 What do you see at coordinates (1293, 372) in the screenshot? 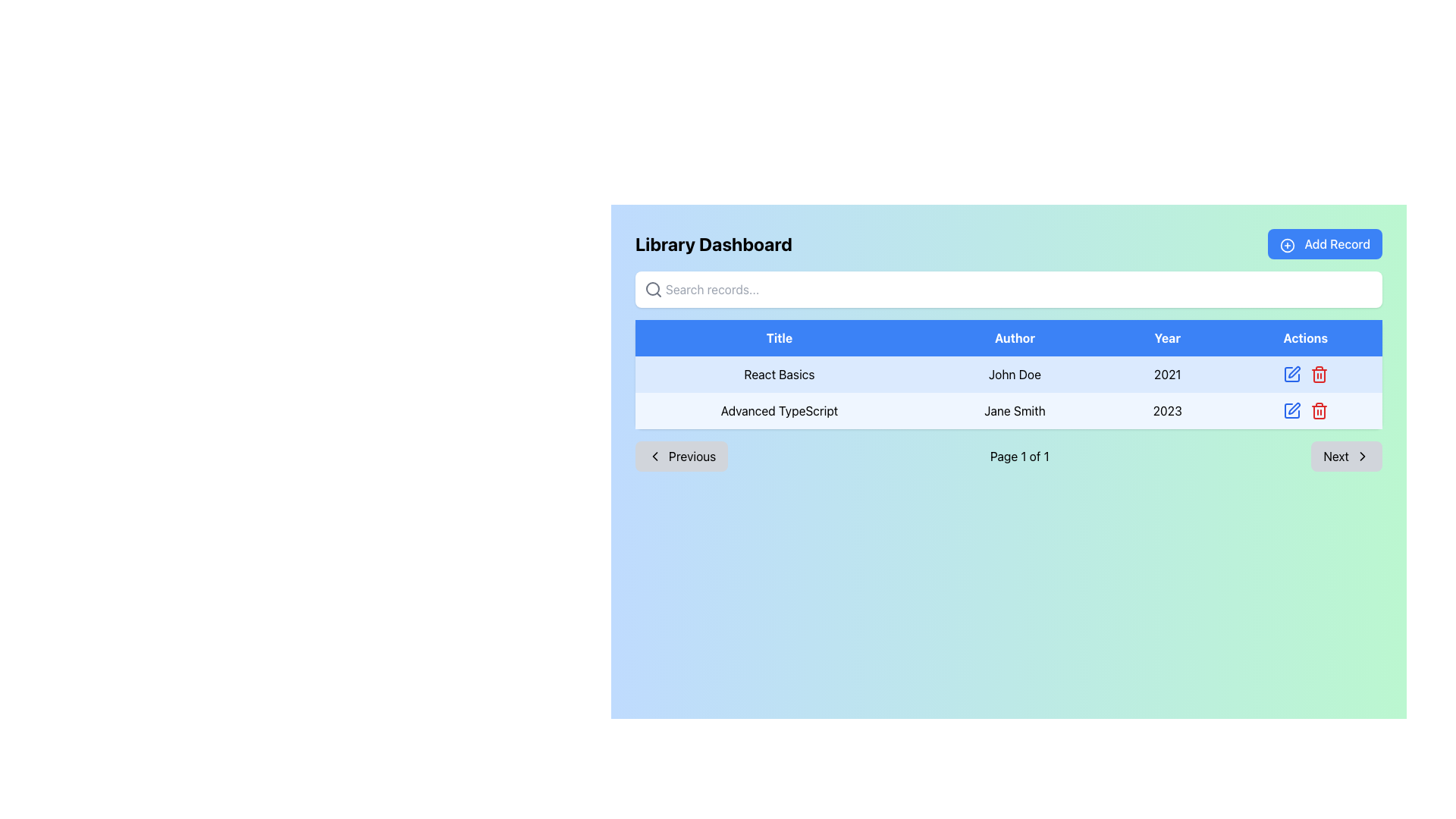
I see `the edit icon in the Actions column of the second row to initiate editing for the corresponding record under 'Advanced TypeScript'` at bounding box center [1293, 372].